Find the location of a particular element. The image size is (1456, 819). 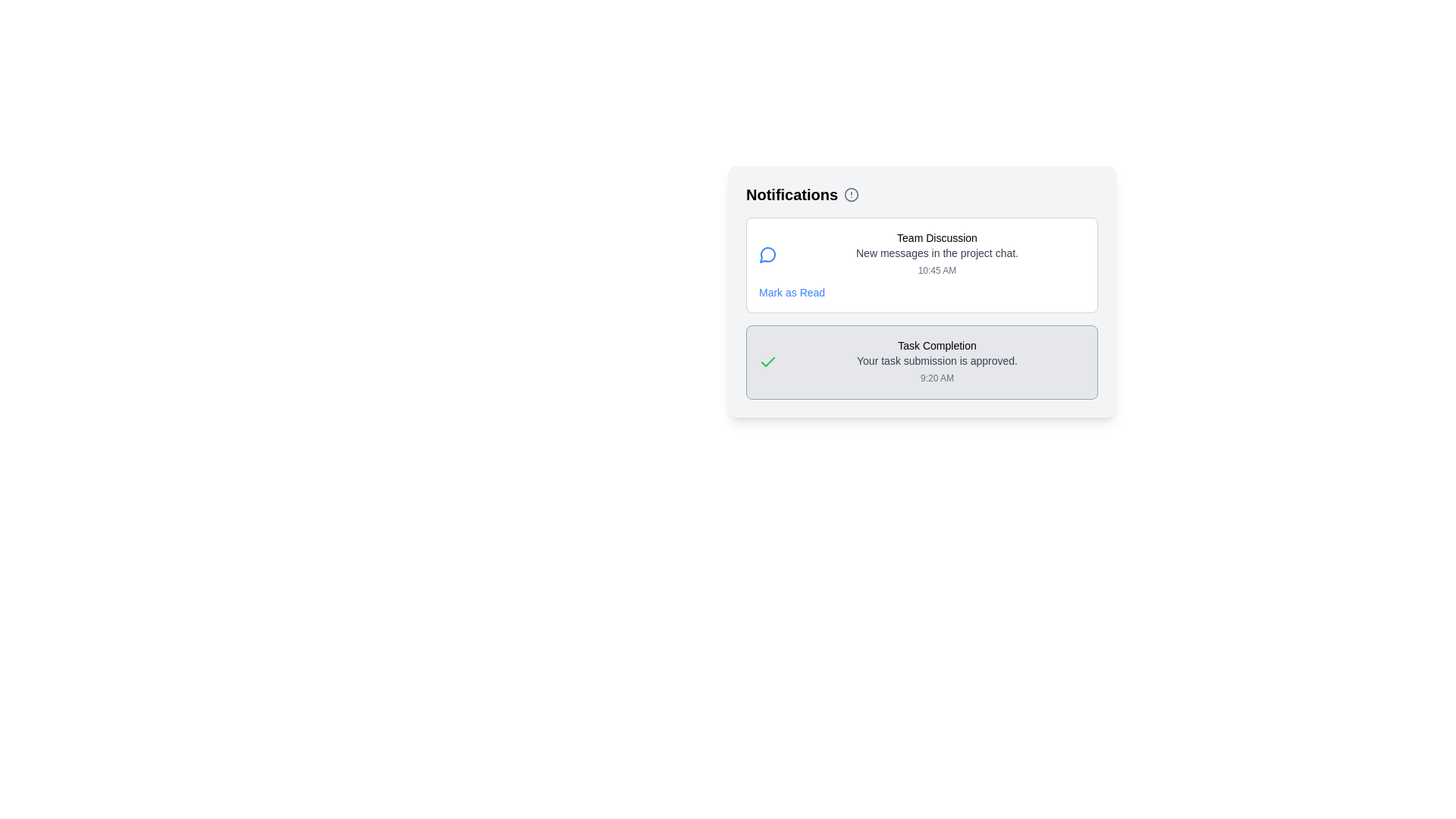

the static text element that provides a brief description about the notification, located below the title 'Team Discussion' and above the timestamp '10:45 AM' is located at coordinates (937, 253).